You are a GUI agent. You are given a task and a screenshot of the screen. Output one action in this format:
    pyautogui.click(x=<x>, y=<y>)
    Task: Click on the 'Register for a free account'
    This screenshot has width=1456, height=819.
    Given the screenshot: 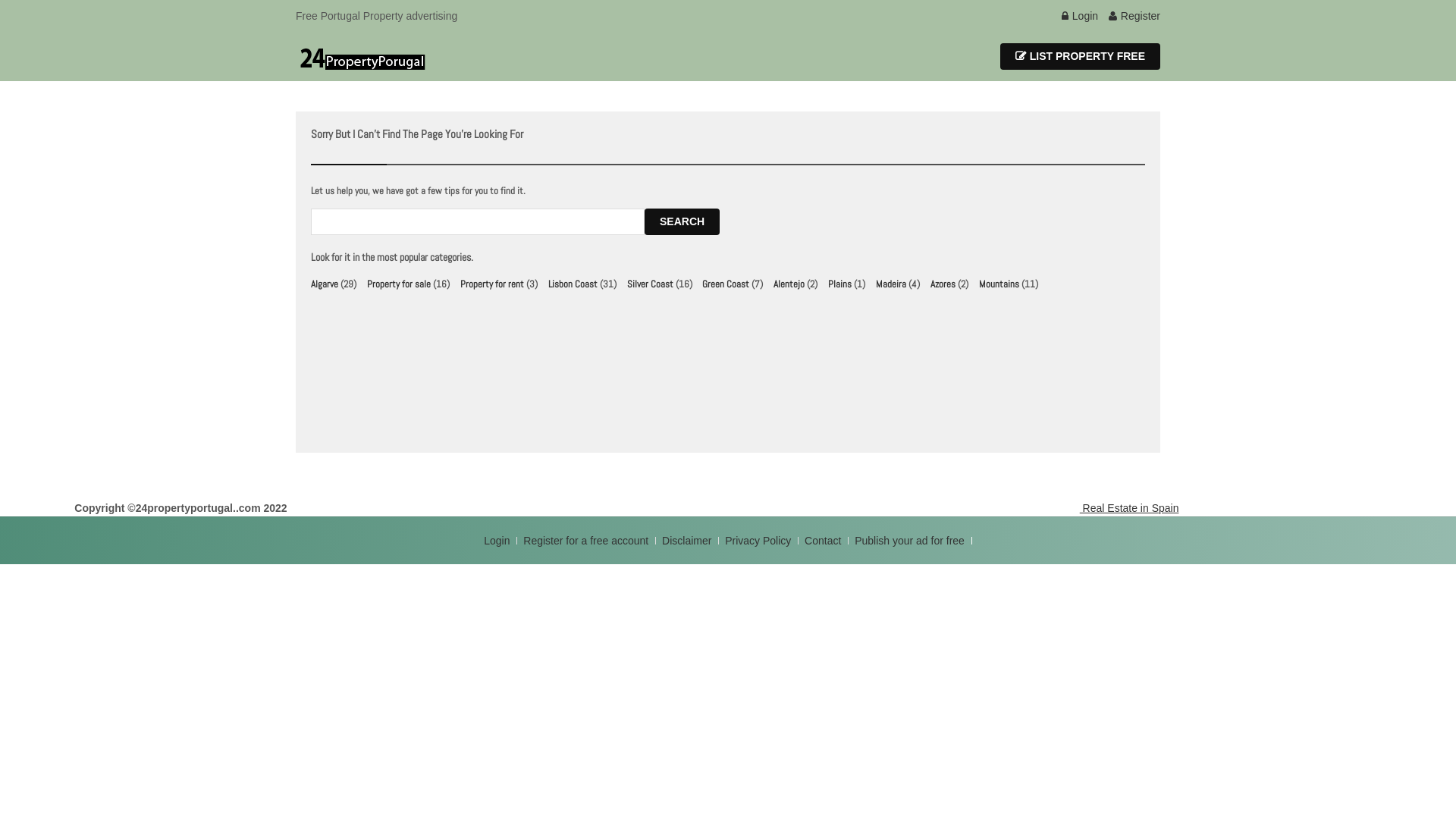 What is the action you would take?
    pyautogui.click(x=586, y=540)
    